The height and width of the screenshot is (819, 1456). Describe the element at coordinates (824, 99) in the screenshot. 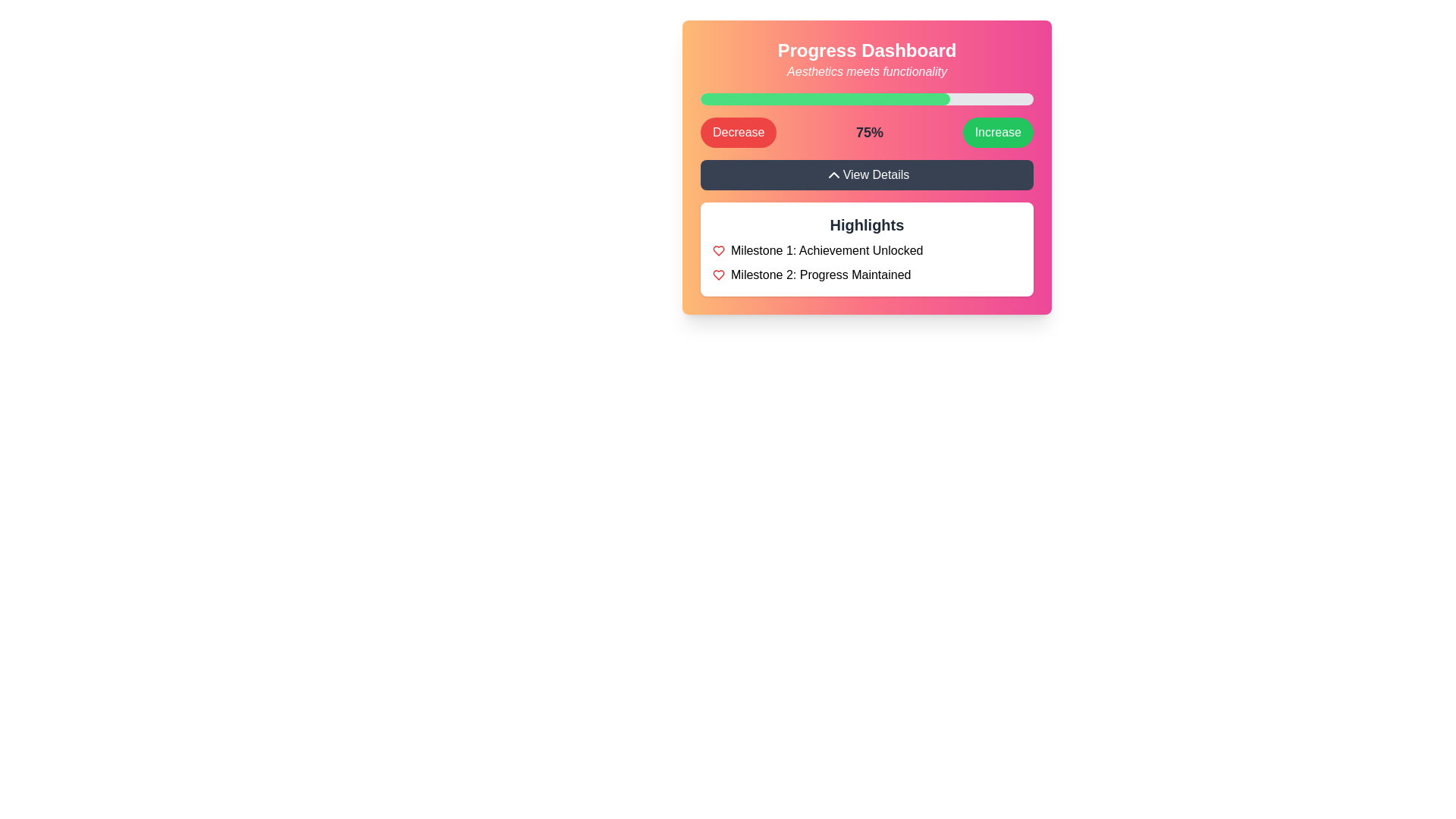

I see `the filled portion of the progress indicator that visually represents 75% progress in the task, located near the top of the dashboard` at that location.